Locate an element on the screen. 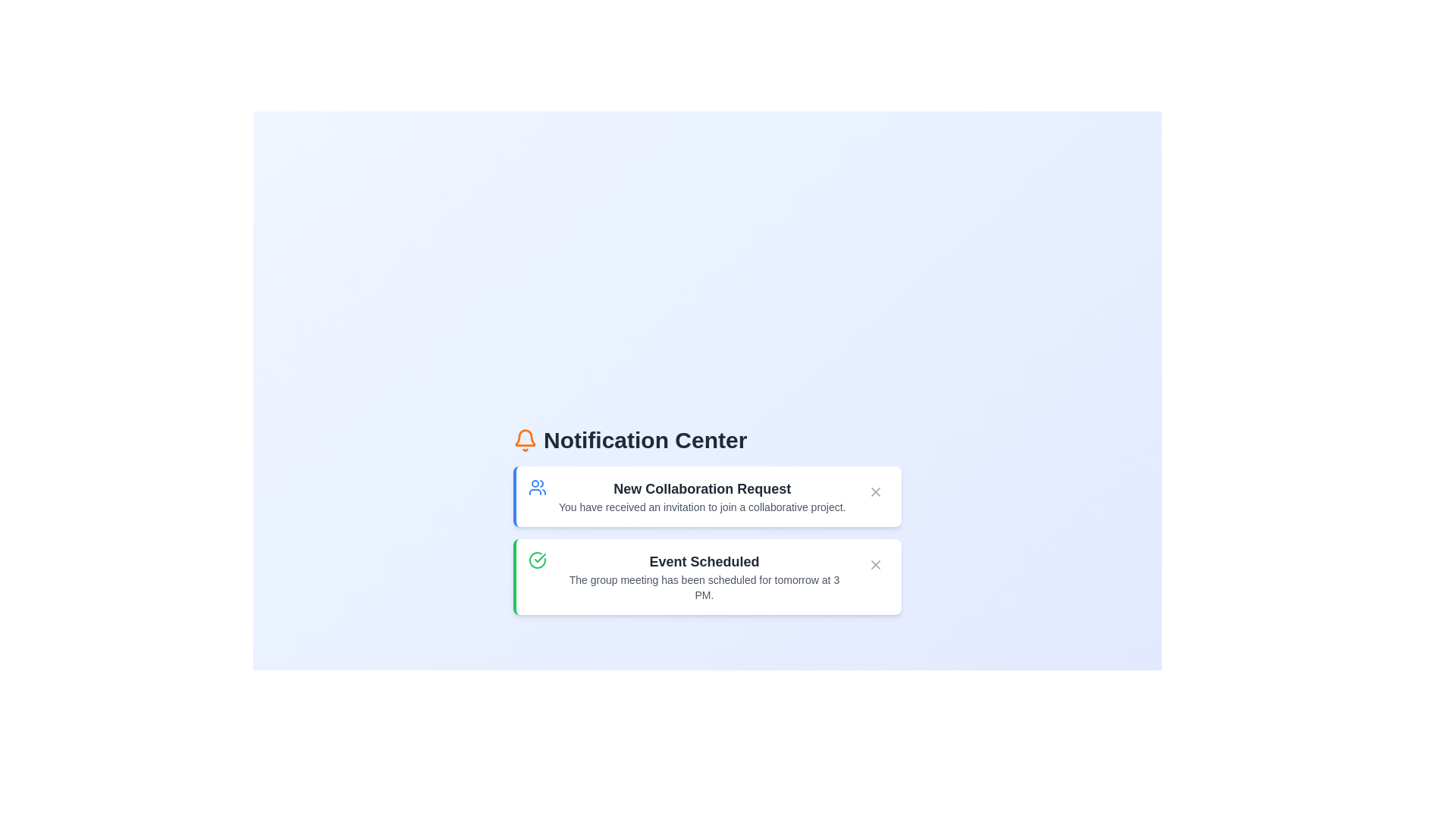  the text block that displays 'New Collaboration Request' and 'You have received an invitation to join a collaborative project' in the Notification Center is located at coordinates (701, 497).